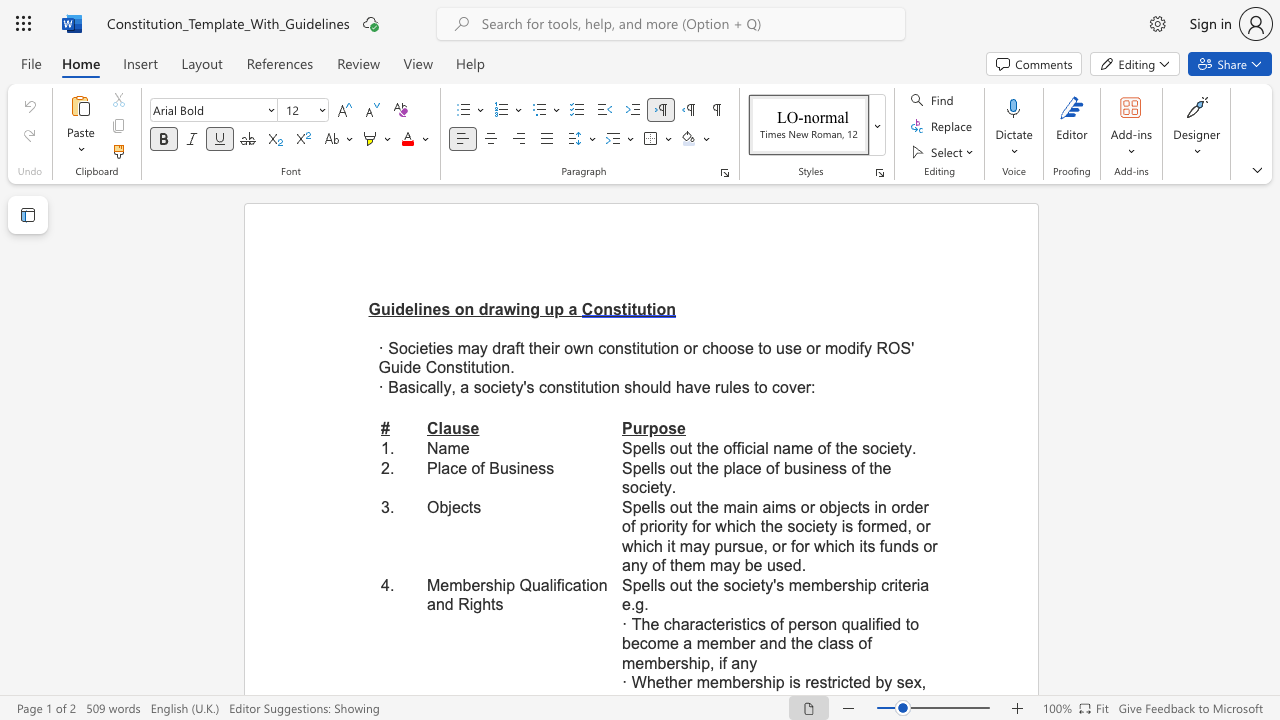  What do you see at coordinates (631, 447) in the screenshot?
I see `the subset text "pells o" within the text "Spells out the official name of the society."` at bounding box center [631, 447].